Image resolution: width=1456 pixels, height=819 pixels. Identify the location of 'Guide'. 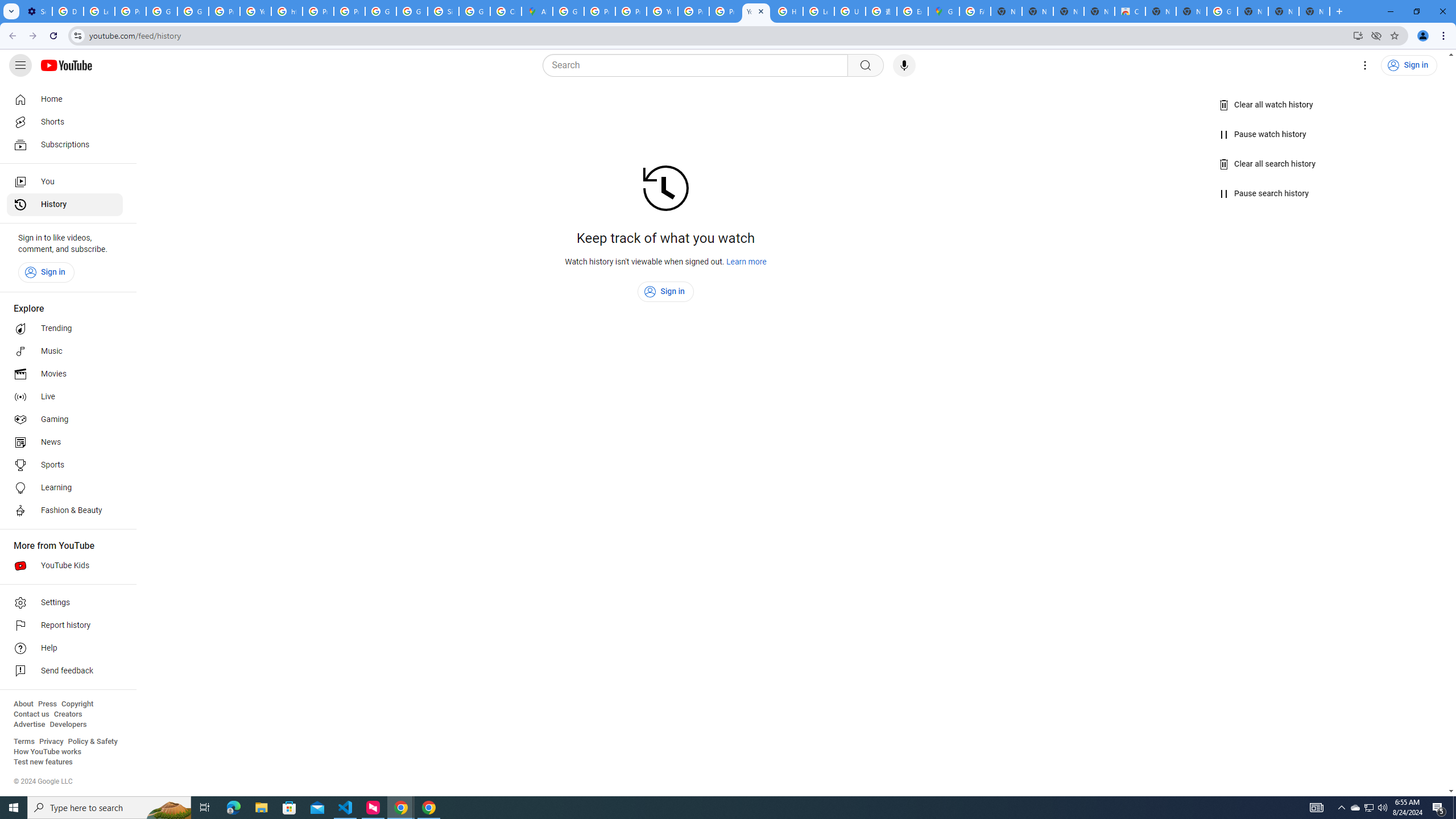
(19, 65).